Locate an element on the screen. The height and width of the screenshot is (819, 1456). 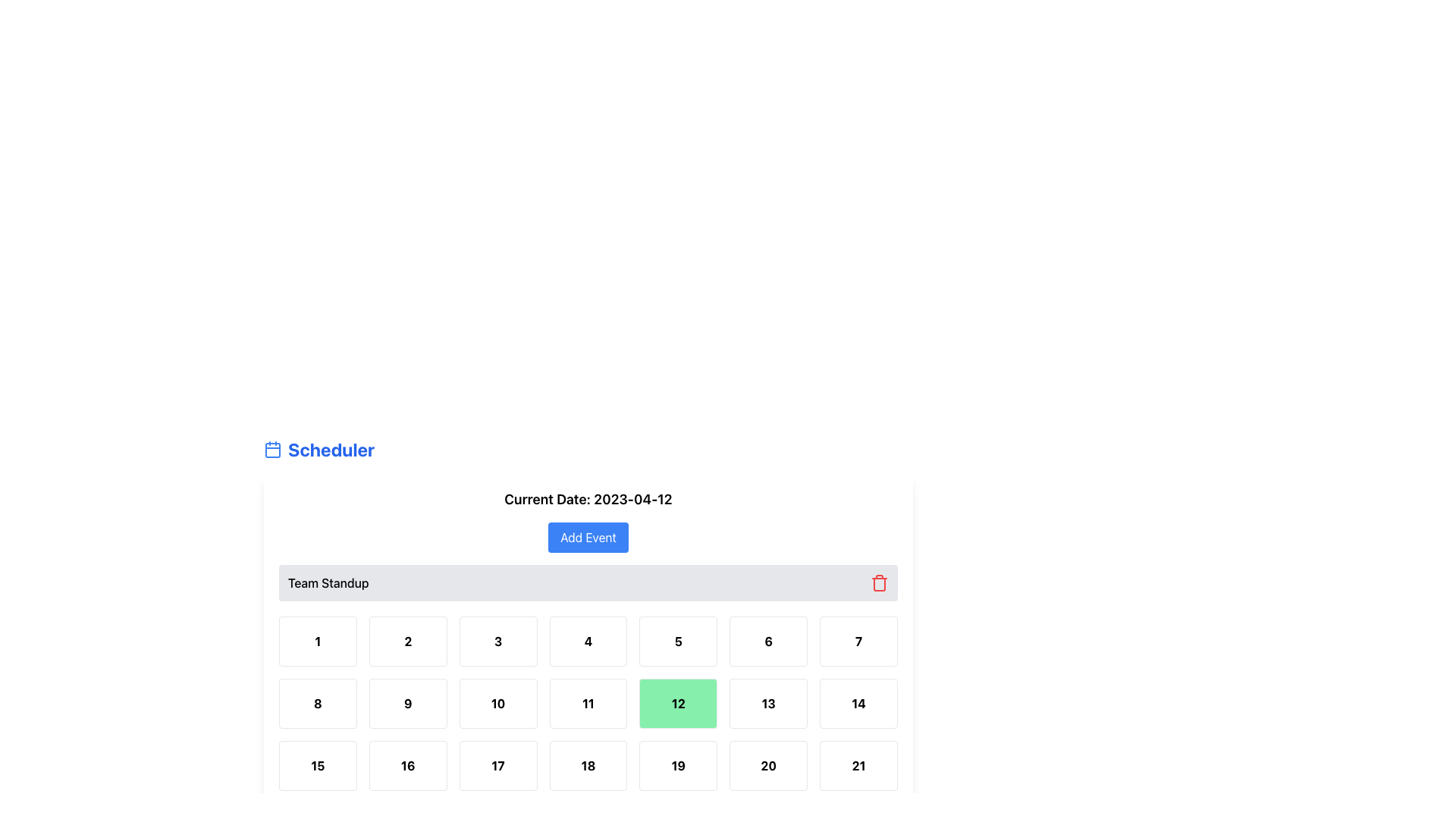
the button displaying the number '17' in bold black font, which is part of a calendar grid layout under the 'Team Standup' section is located at coordinates (498, 766).